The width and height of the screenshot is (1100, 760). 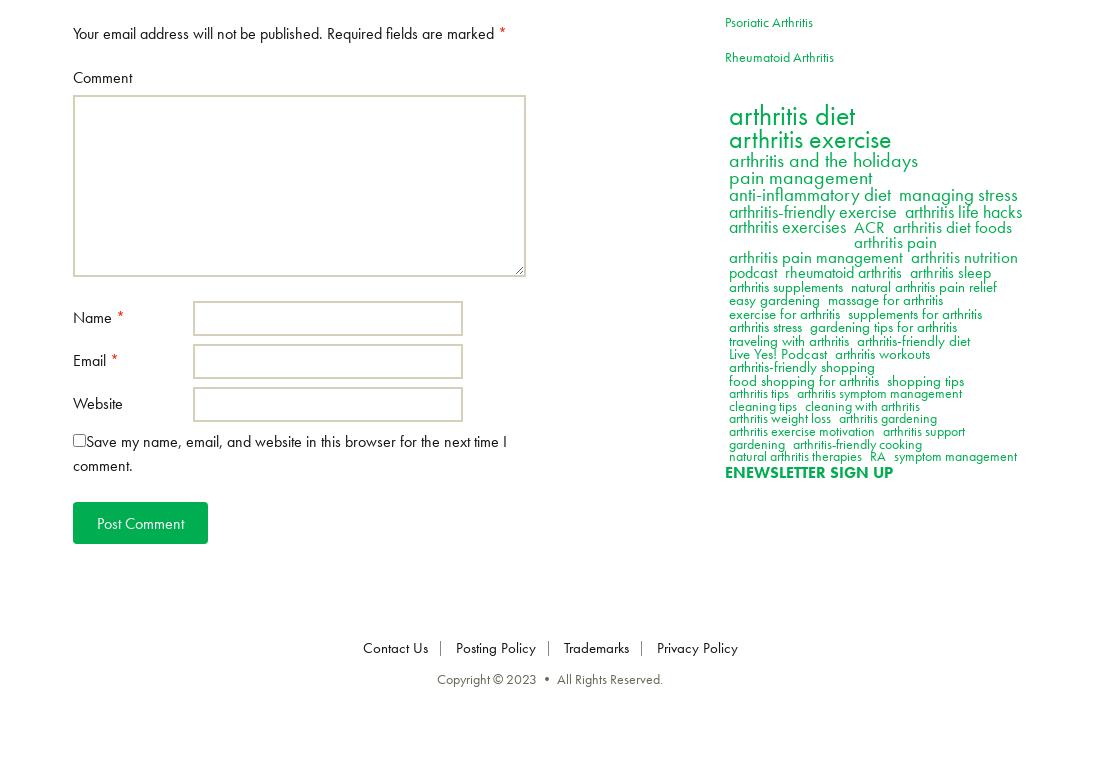 What do you see at coordinates (723, 20) in the screenshot?
I see `'Psoriatic Arthritis'` at bounding box center [723, 20].